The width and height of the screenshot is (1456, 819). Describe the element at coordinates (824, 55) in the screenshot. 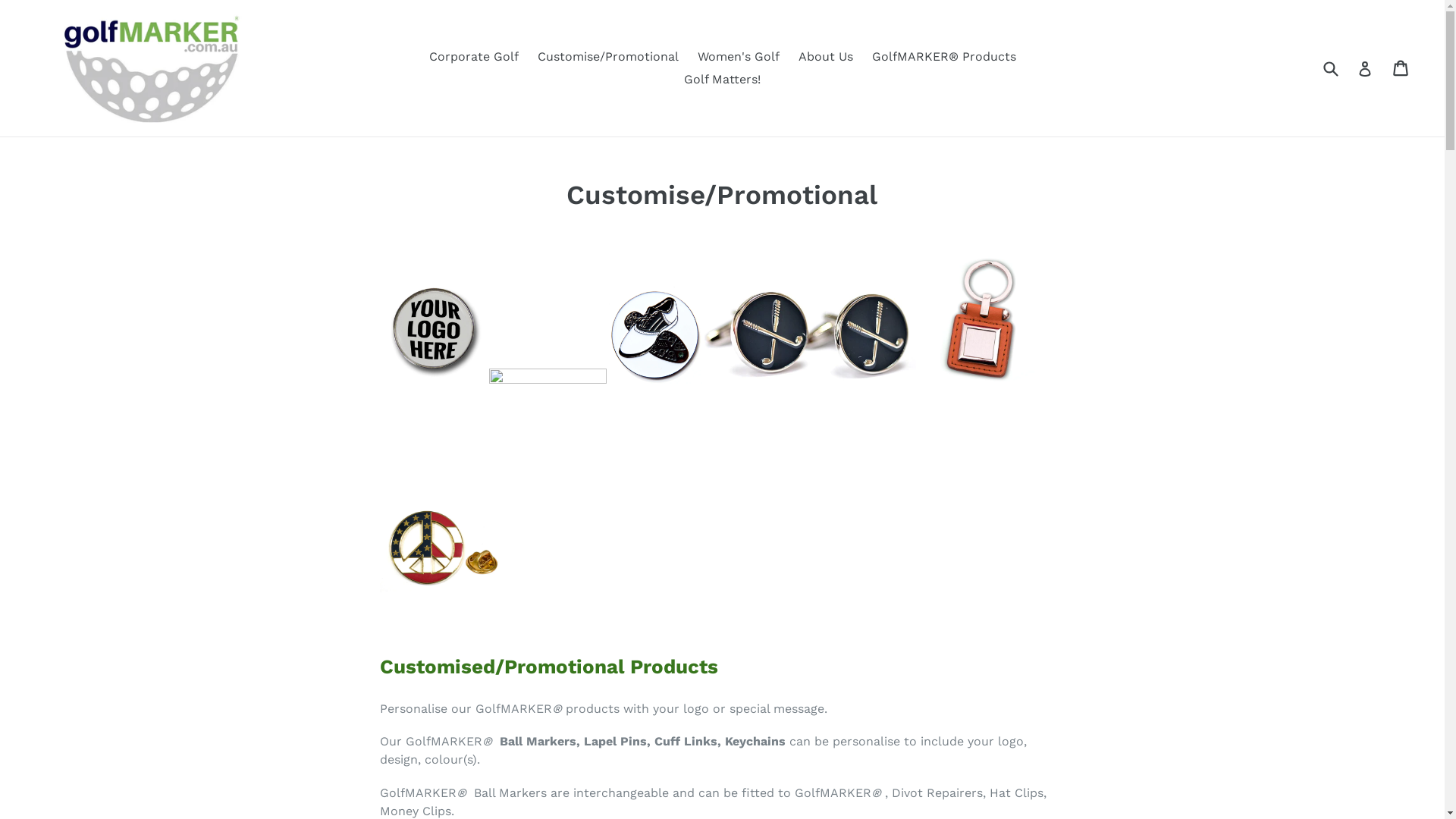

I see `'About Us'` at that location.